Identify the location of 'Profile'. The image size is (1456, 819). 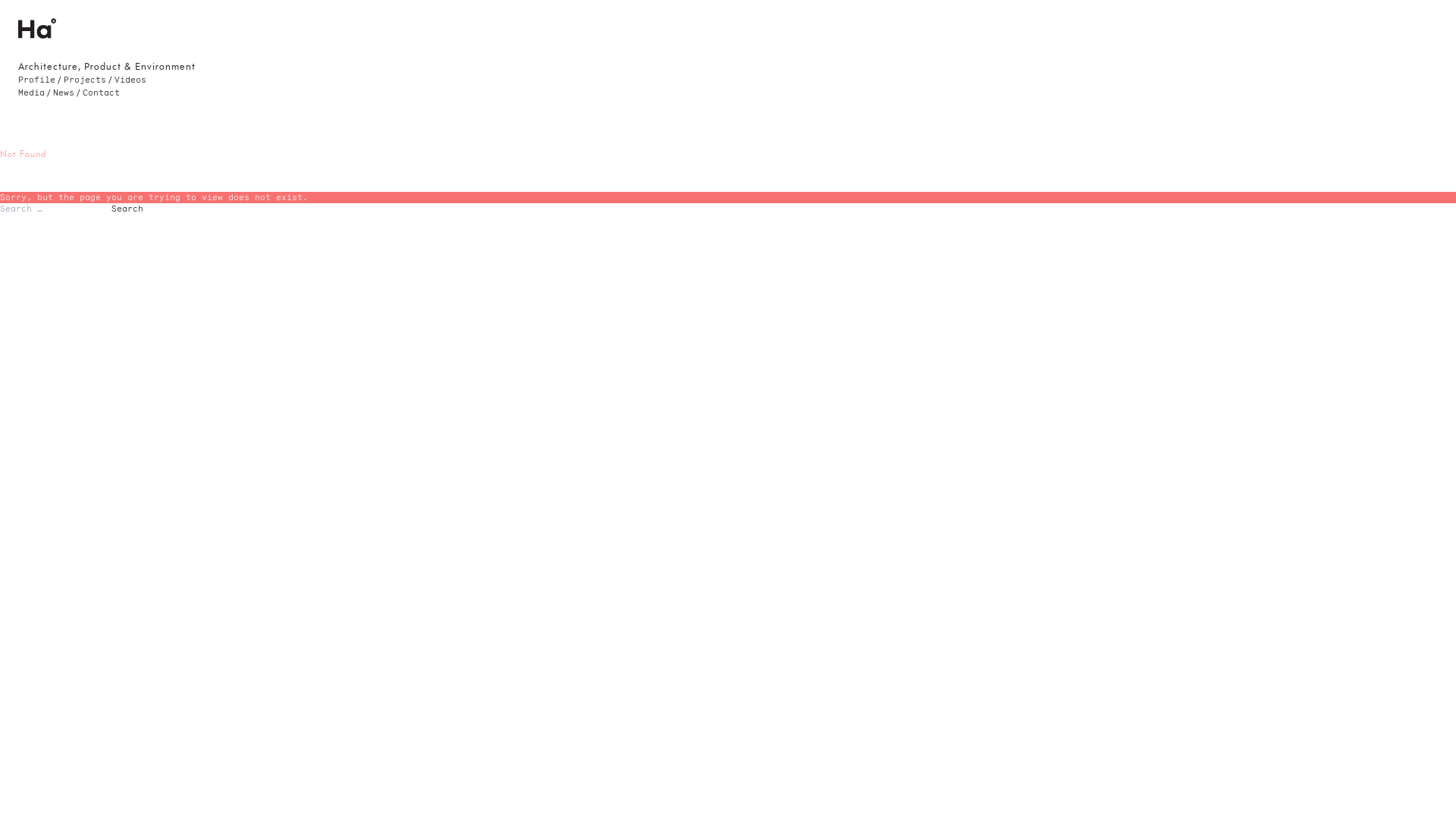
(36, 79).